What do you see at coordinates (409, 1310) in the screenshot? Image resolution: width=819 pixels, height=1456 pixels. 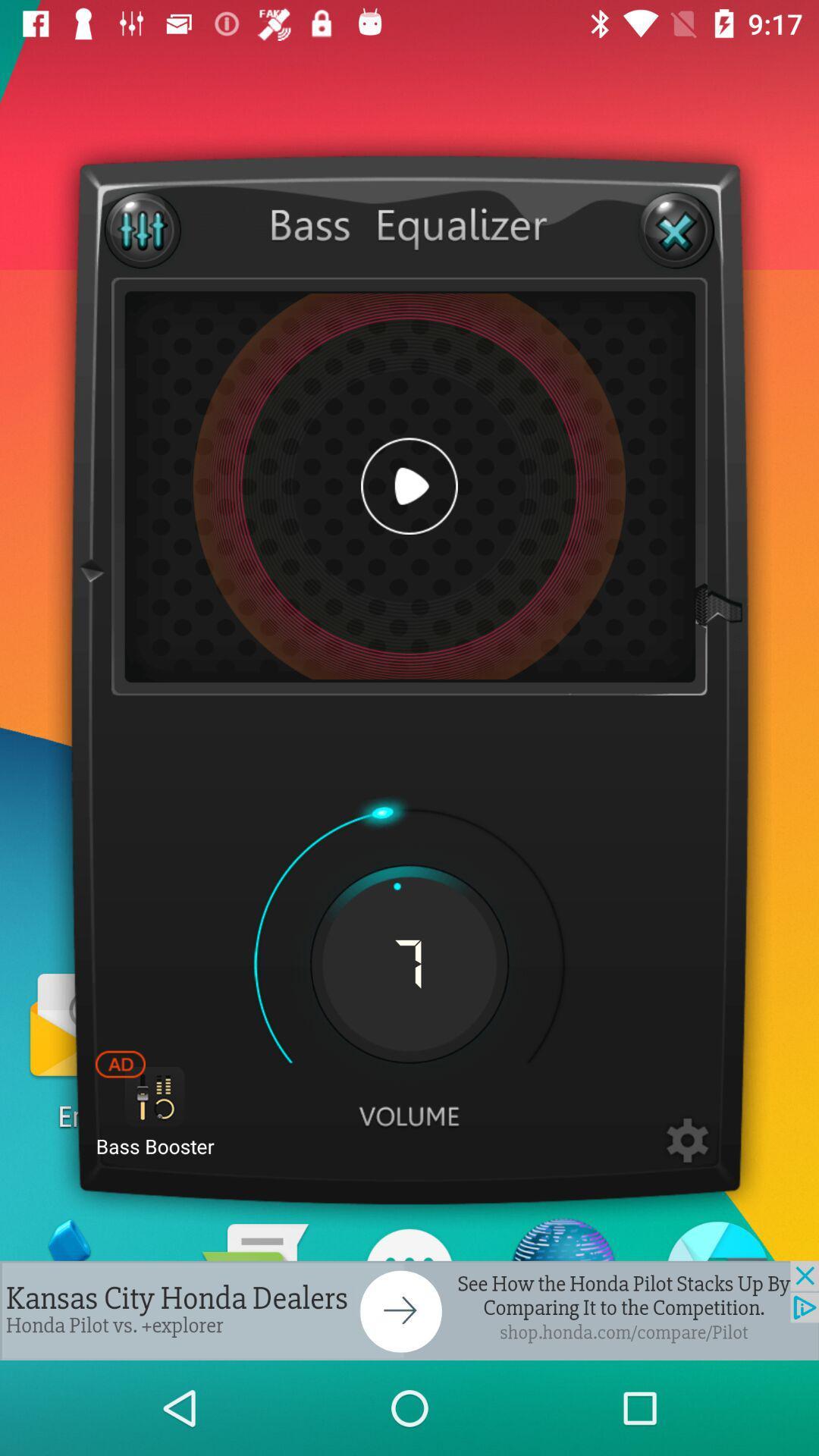 I see `advertisement page` at bounding box center [409, 1310].